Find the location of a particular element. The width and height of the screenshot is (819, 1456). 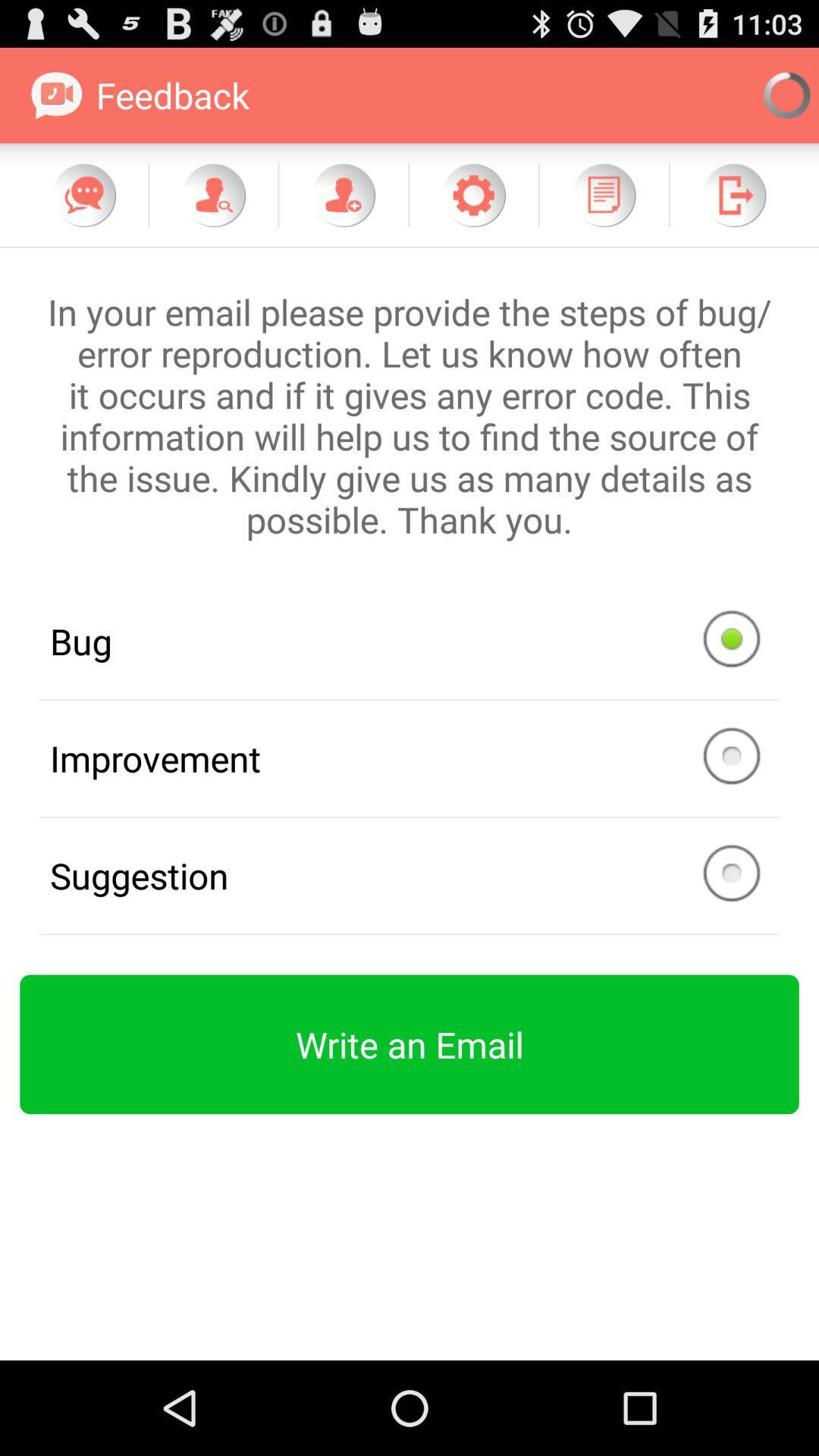

the icon at the bottom is located at coordinates (409, 1043).